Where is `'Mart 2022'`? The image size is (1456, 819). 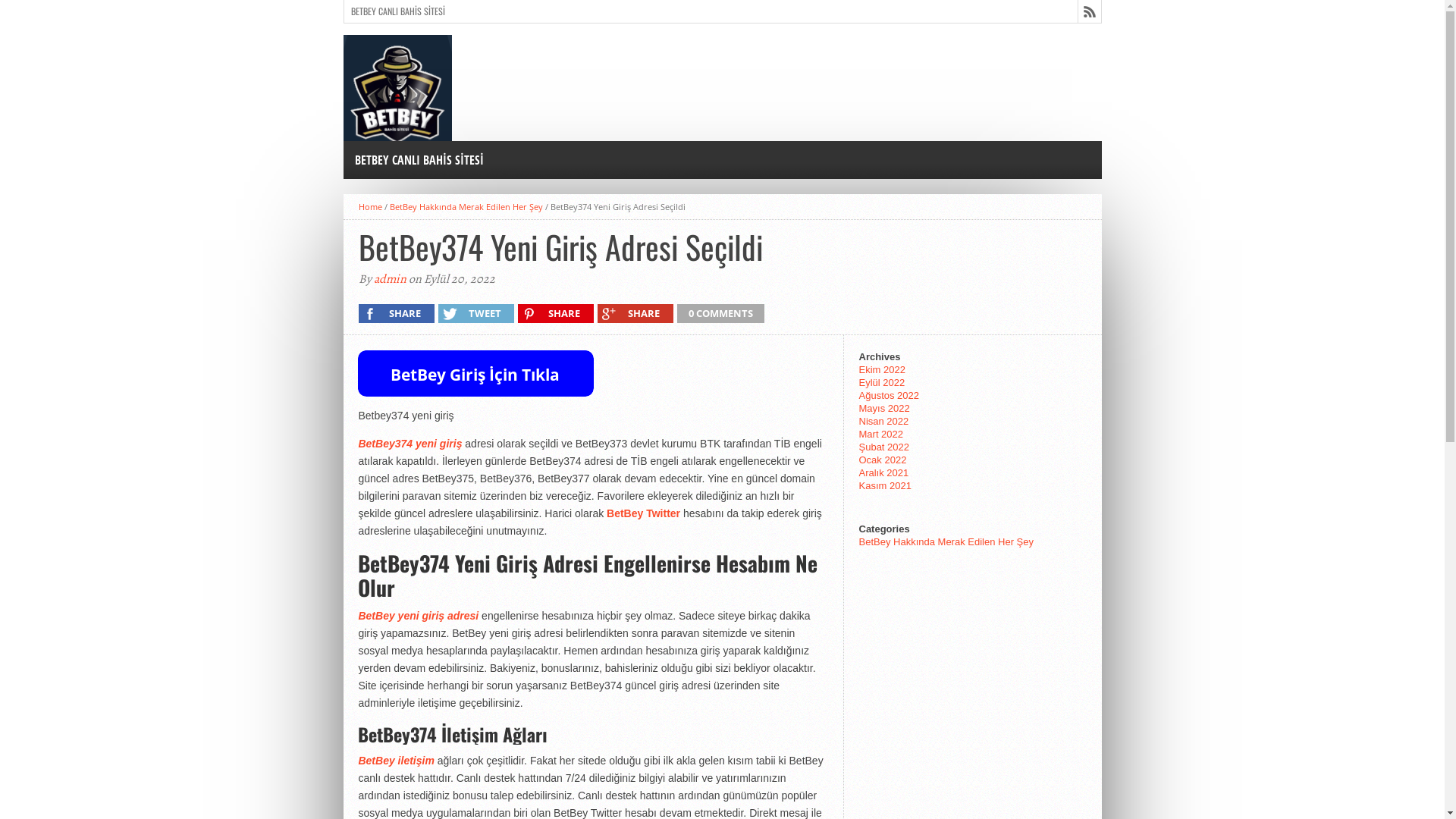
'Mart 2022' is located at coordinates (880, 434).